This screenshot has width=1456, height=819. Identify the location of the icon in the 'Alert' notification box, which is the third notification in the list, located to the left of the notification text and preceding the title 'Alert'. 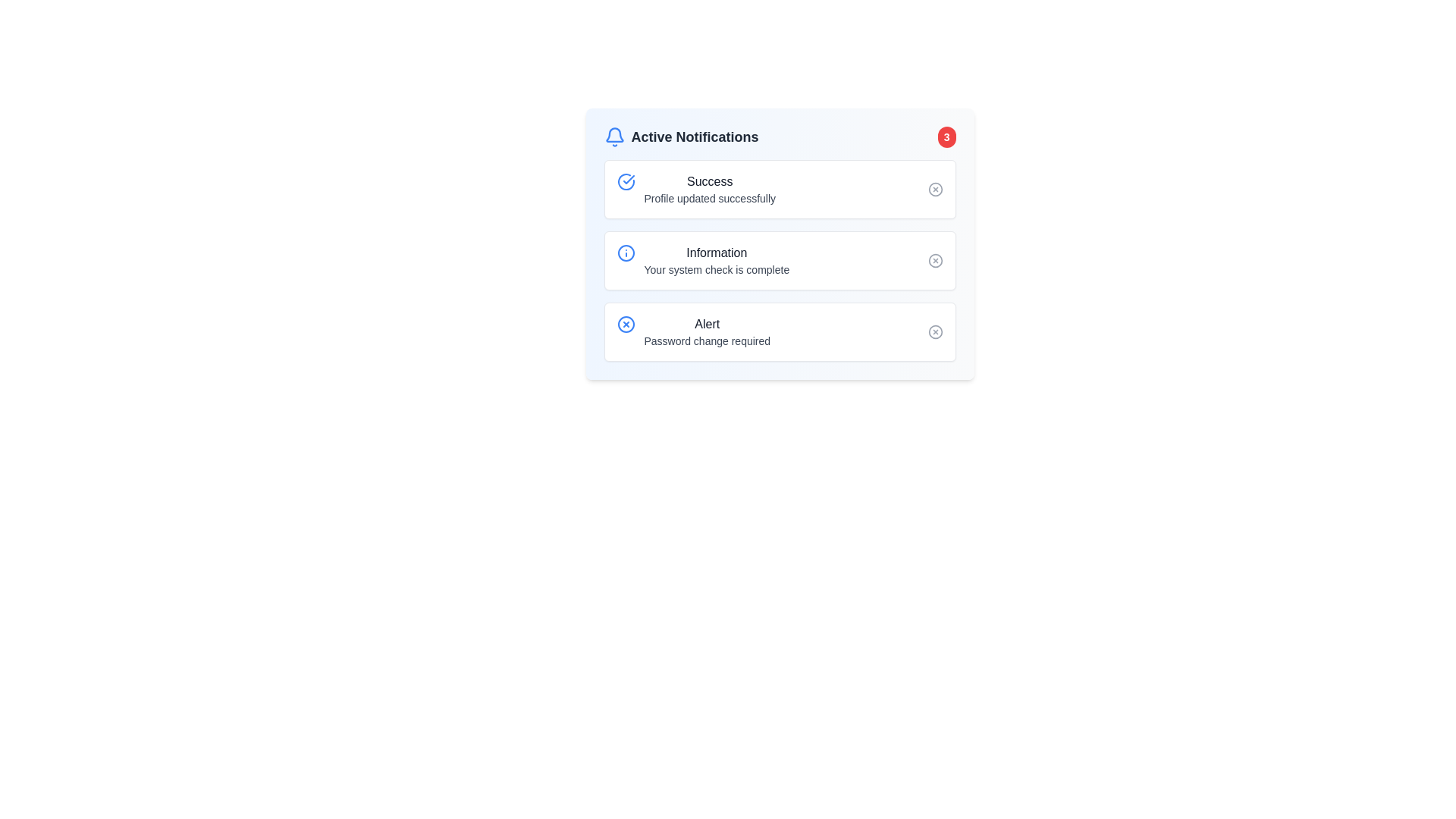
(626, 324).